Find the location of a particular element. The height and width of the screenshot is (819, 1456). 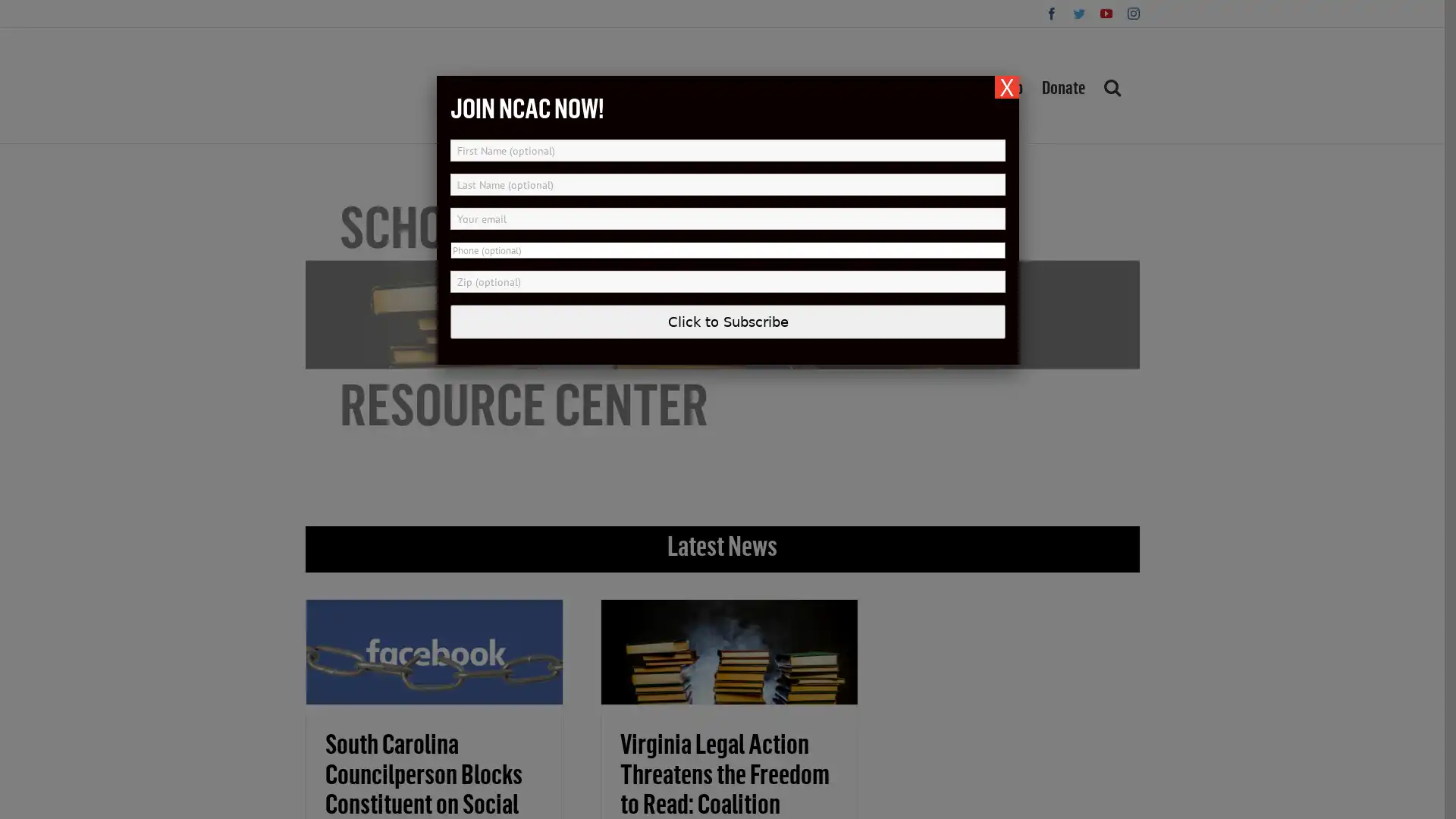

Close is located at coordinates (1007, 87).